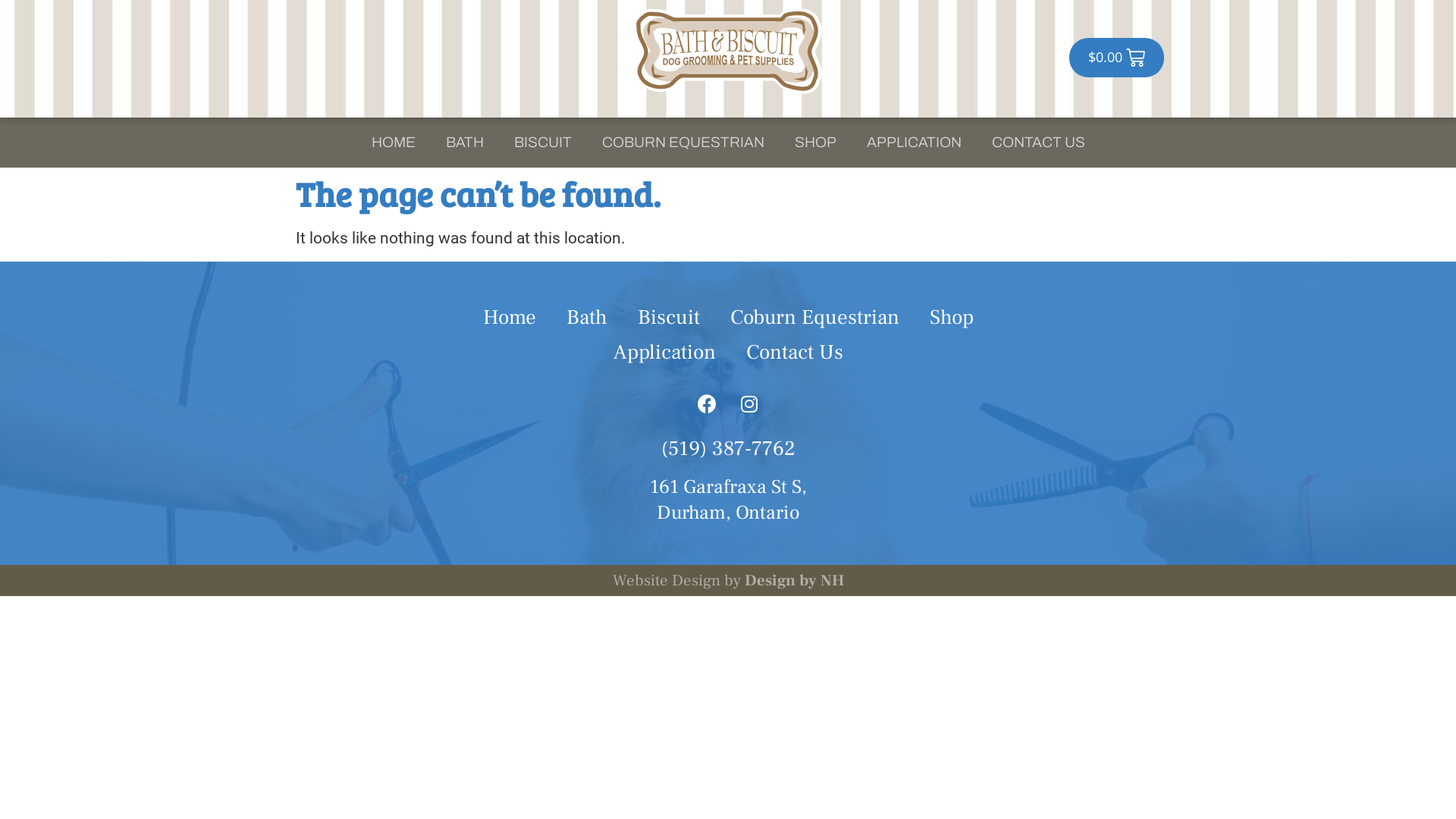 This screenshot has height=819, width=1456. What do you see at coordinates (912, 143) in the screenshot?
I see `'APPLICATION'` at bounding box center [912, 143].